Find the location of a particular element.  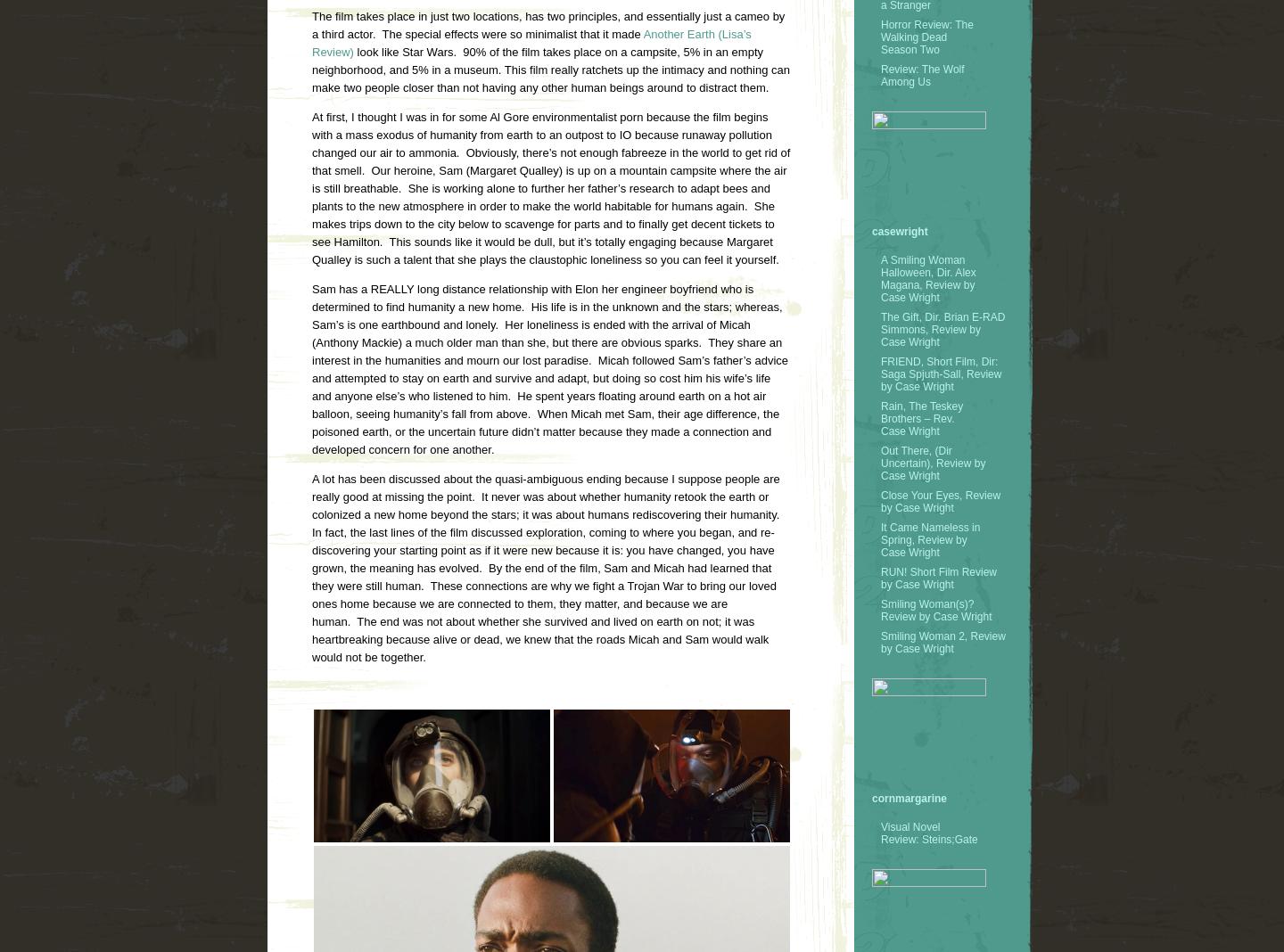

'FRIEND, Short Film, Dir: Saga Spjuth-Sall, Review by Case Wright' is located at coordinates (941, 373).